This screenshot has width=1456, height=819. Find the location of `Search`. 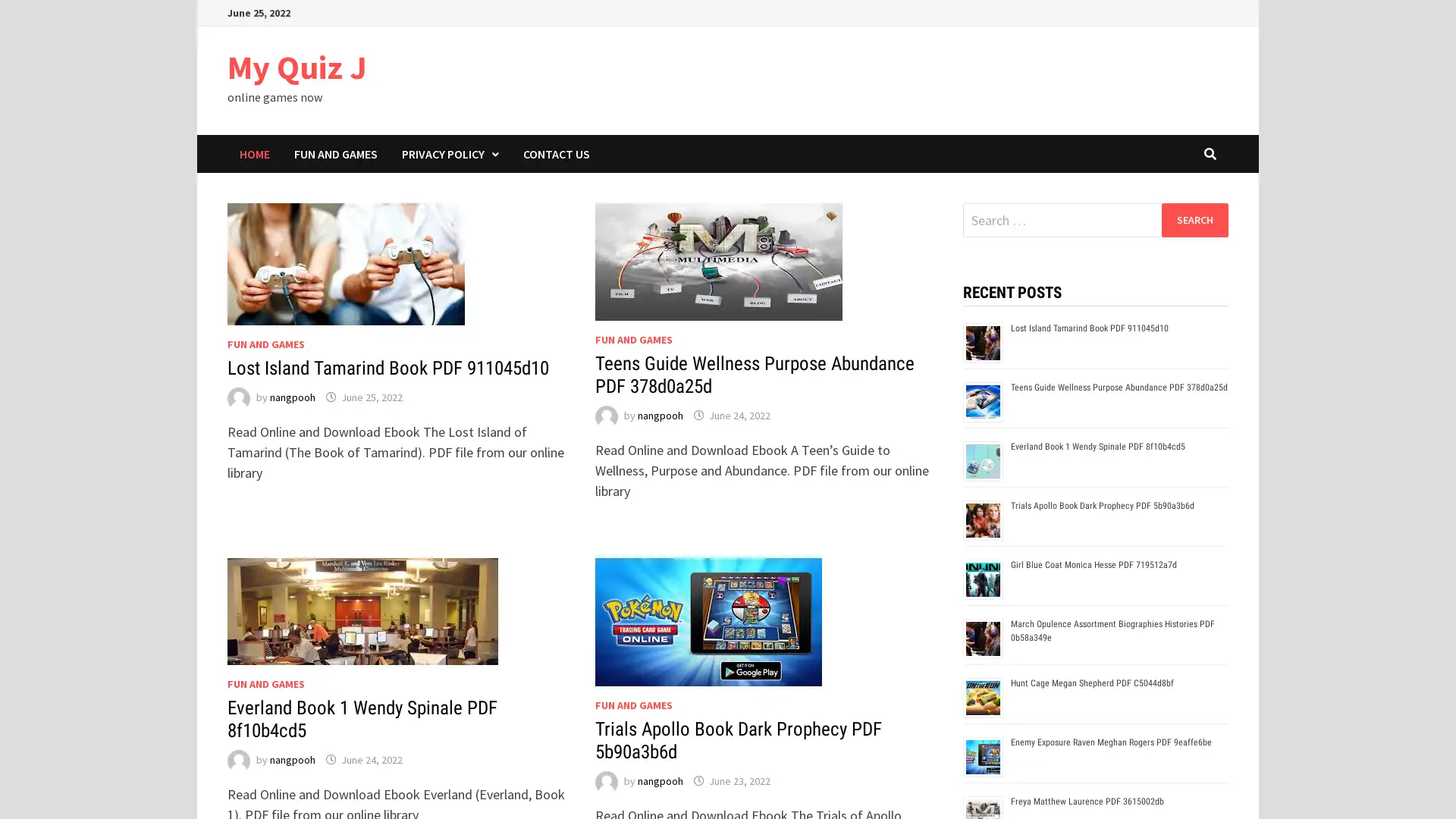

Search is located at coordinates (1194, 219).